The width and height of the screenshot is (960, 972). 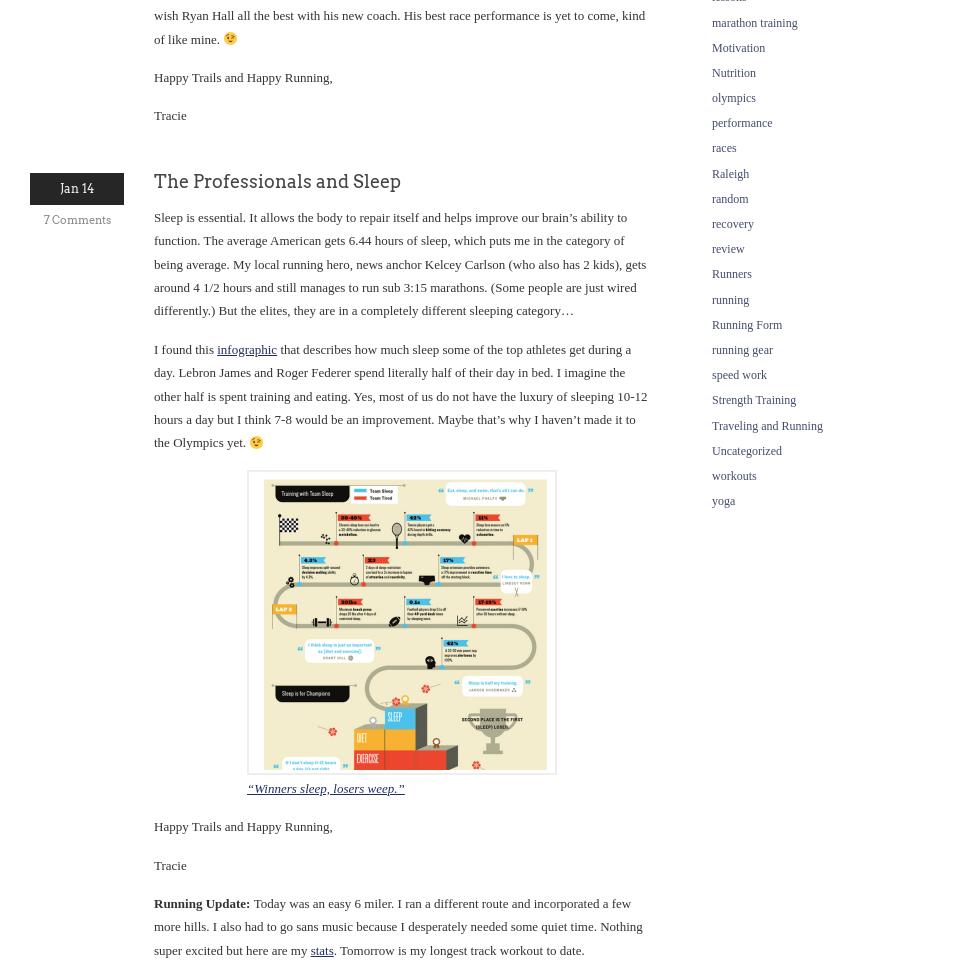 I want to click on 'Sleep is essential. It allows the body to repair itself and helps improve our brain’s ability to function. The average American gets 6.44 hours of sleep, which puts me in the category of being average. My local running hero, news anchor Kelcey Carlson (who also has 2 kids), gets around 4 1/2 hours and still manages to run sub 3:15 marathons. (Some people are just wired differently.) But the elites, they are in a completely different sleeping category…', so click(x=399, y=263).